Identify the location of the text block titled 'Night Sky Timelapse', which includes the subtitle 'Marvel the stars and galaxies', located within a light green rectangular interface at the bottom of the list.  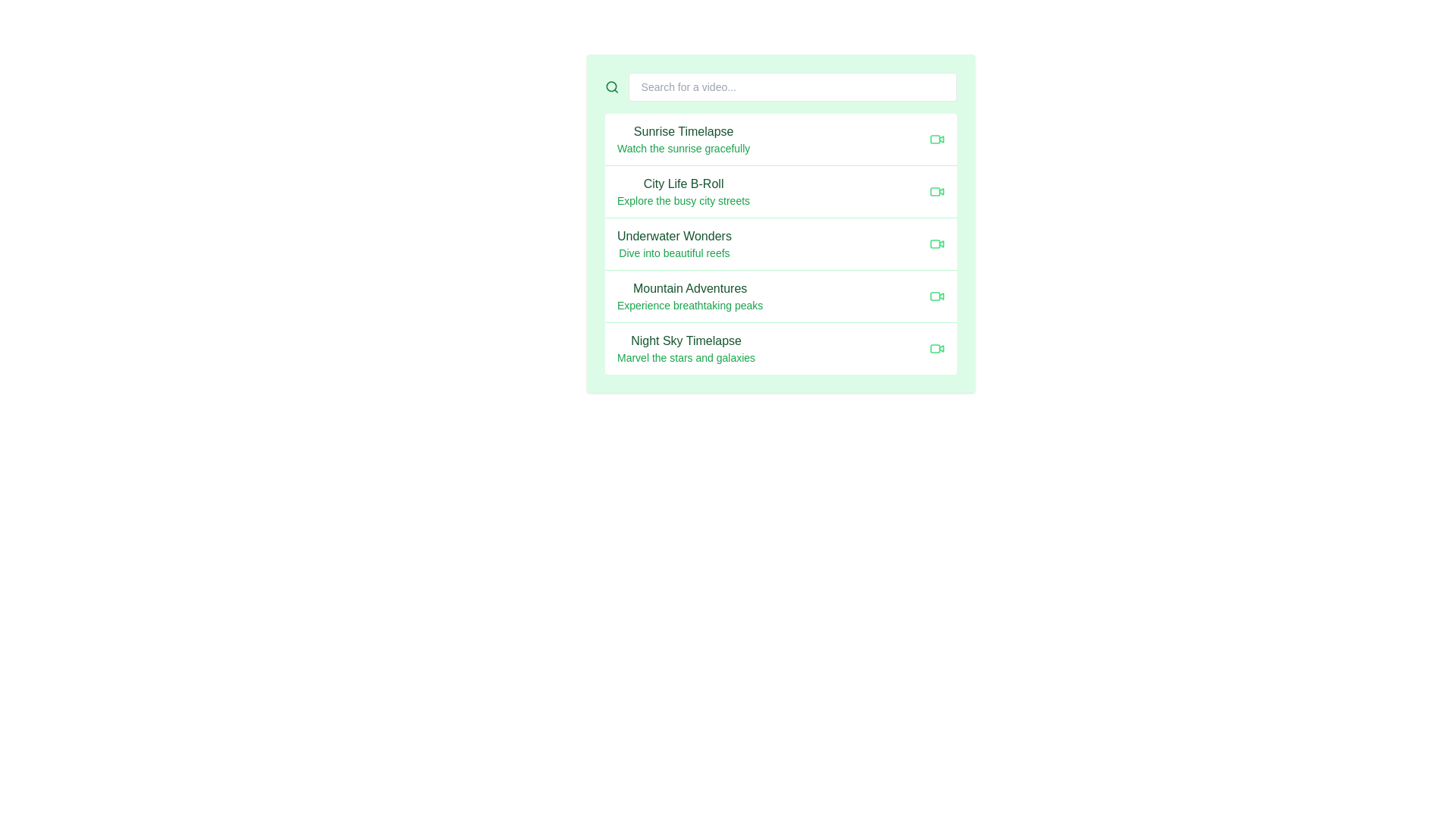
(686, 348).